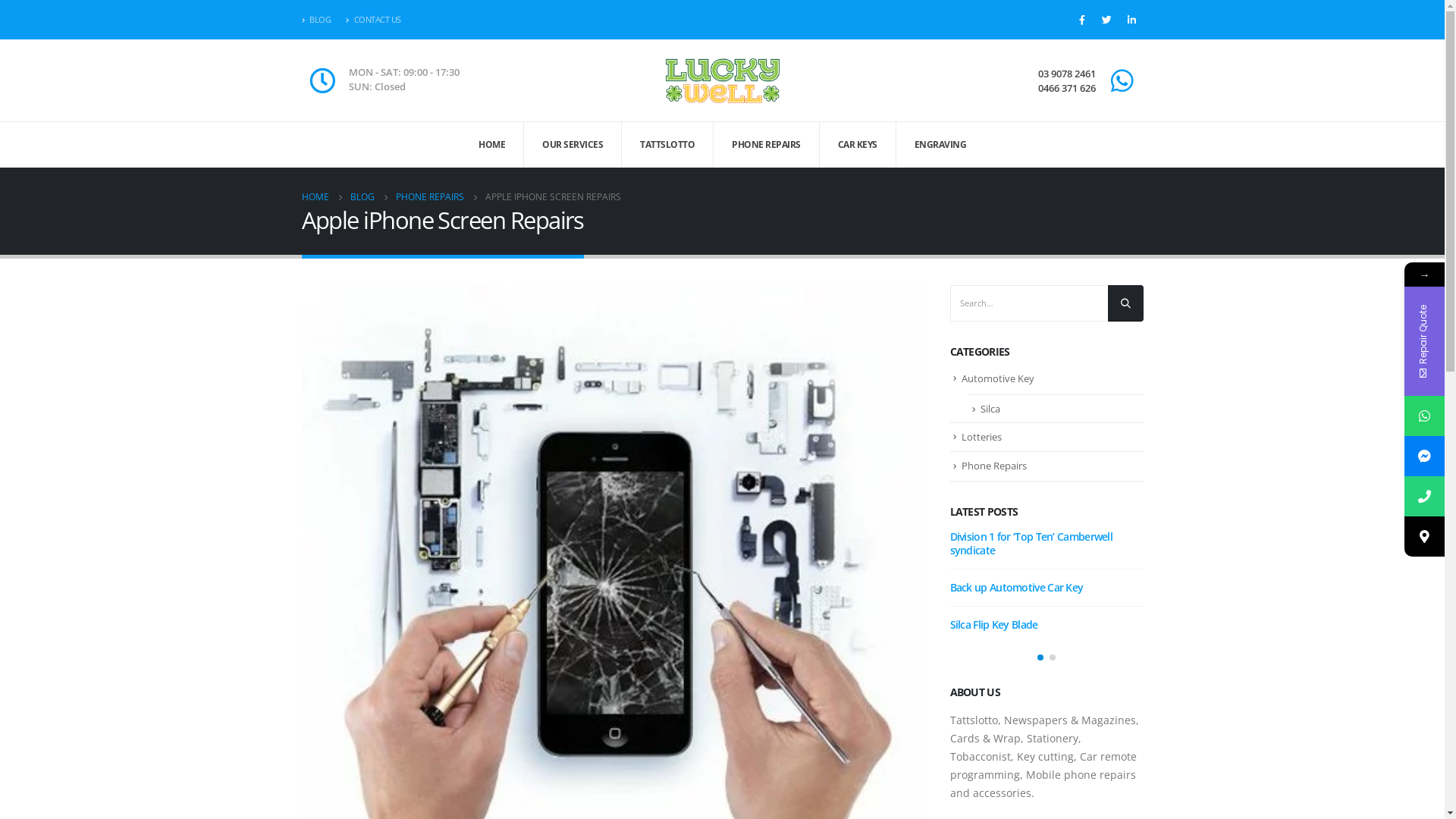 This screenshot has width=1456, height=819. What do you see at coordinates (315, 196) in the screenshot?
I see `'HOME'` at bounding box center [315, 196].